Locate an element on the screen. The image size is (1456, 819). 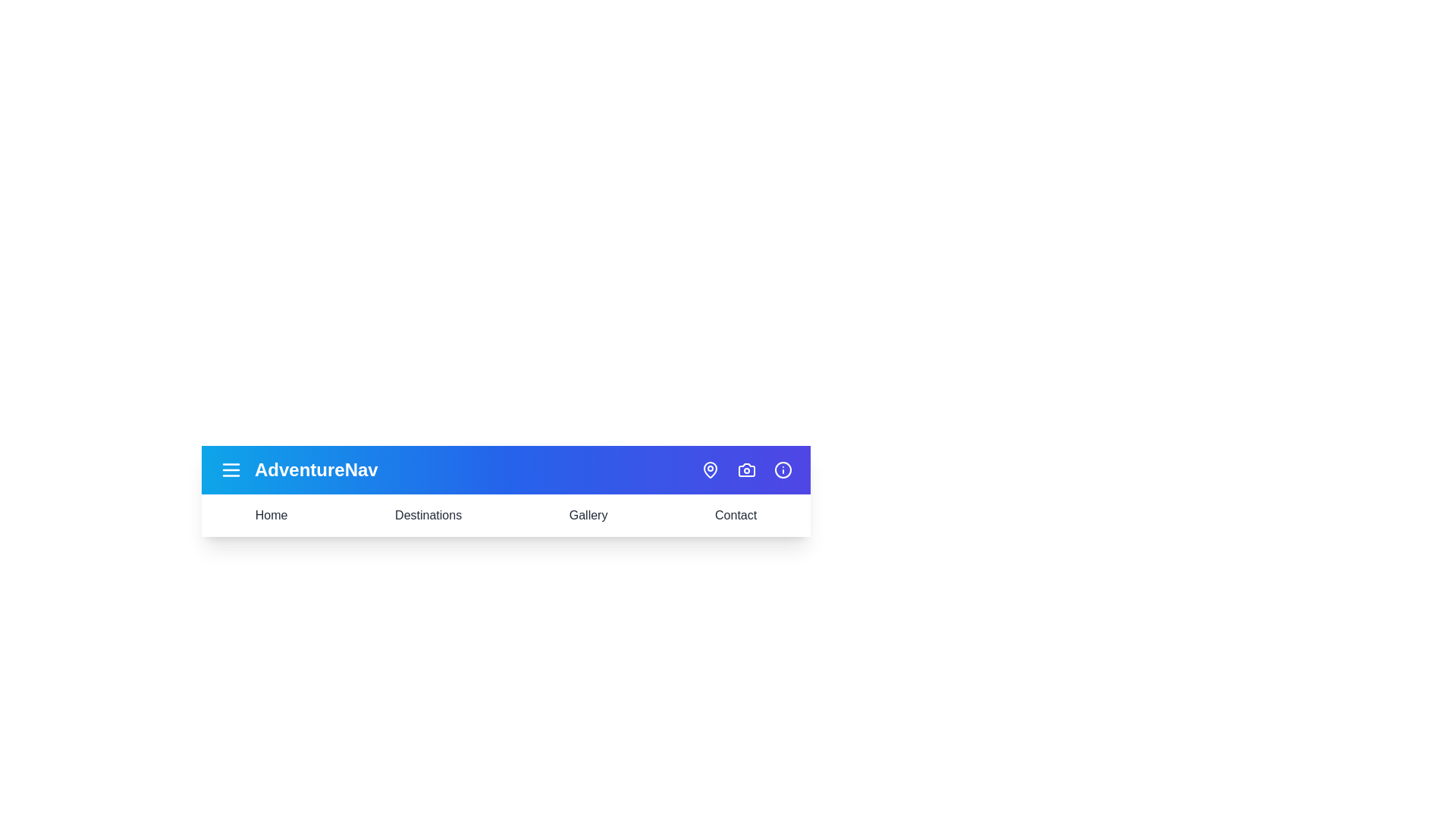
the text of the element Gallery for copying or inspection is located at coordinates (588, 514).